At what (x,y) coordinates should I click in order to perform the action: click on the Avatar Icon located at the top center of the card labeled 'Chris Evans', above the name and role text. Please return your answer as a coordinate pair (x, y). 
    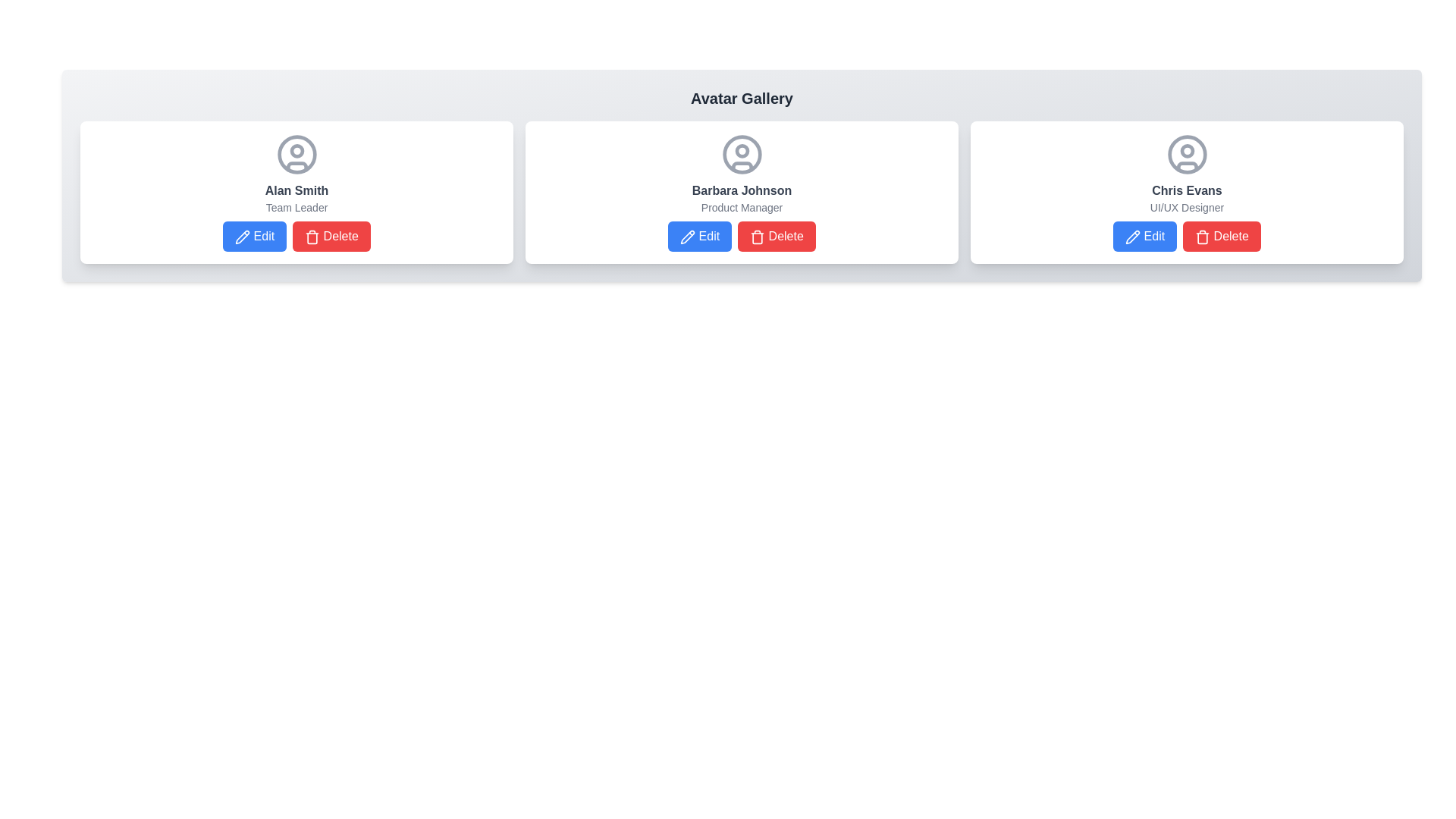
    Looking at the image, I should click on (1186, 155).